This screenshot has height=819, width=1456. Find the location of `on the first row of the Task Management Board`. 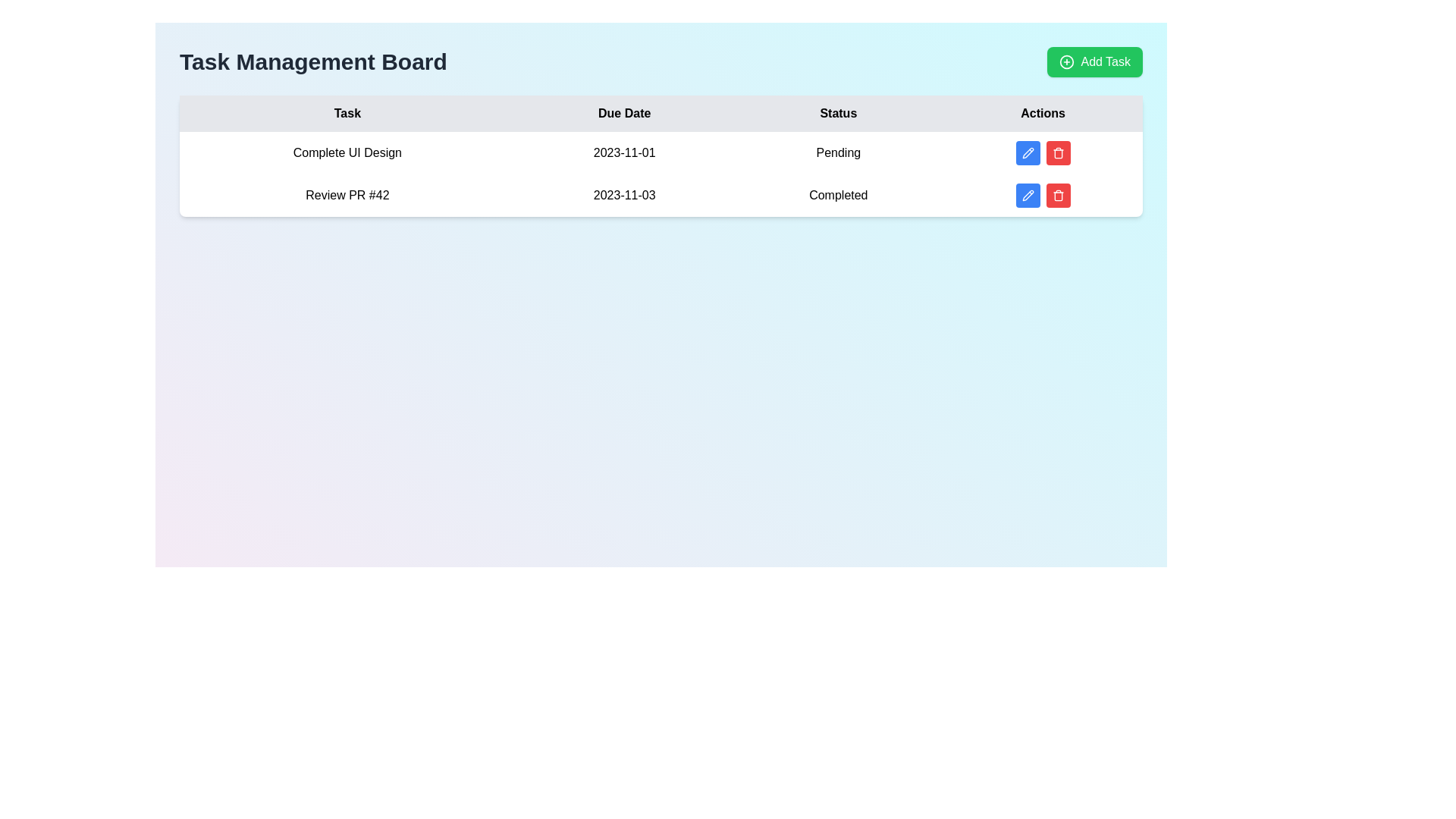

on the first row of the Task Management Board is located at coordinates (661, 152).